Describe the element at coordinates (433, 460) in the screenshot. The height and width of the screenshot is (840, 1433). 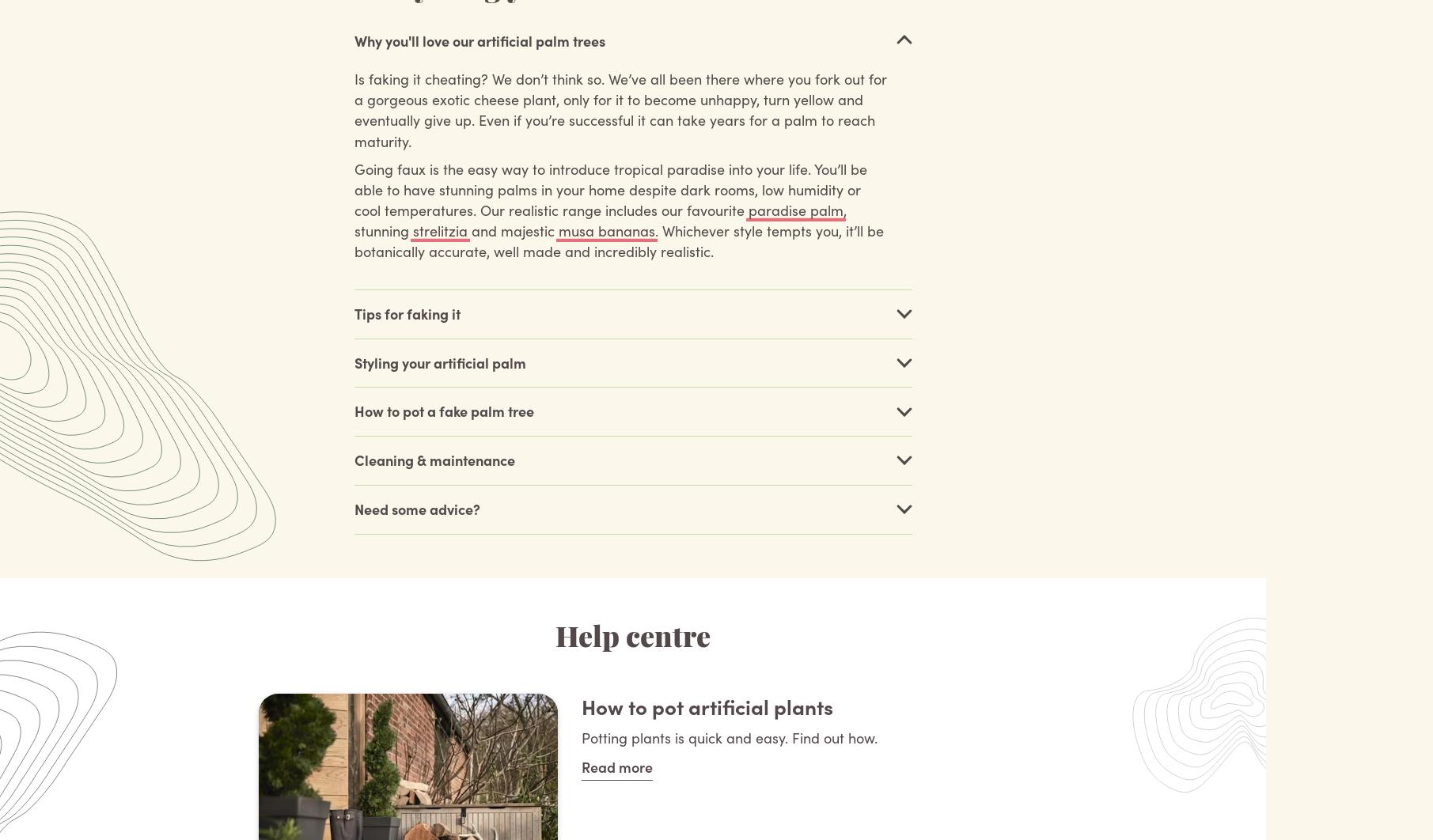
I see `'Cleaning & maintenance'` at that location.